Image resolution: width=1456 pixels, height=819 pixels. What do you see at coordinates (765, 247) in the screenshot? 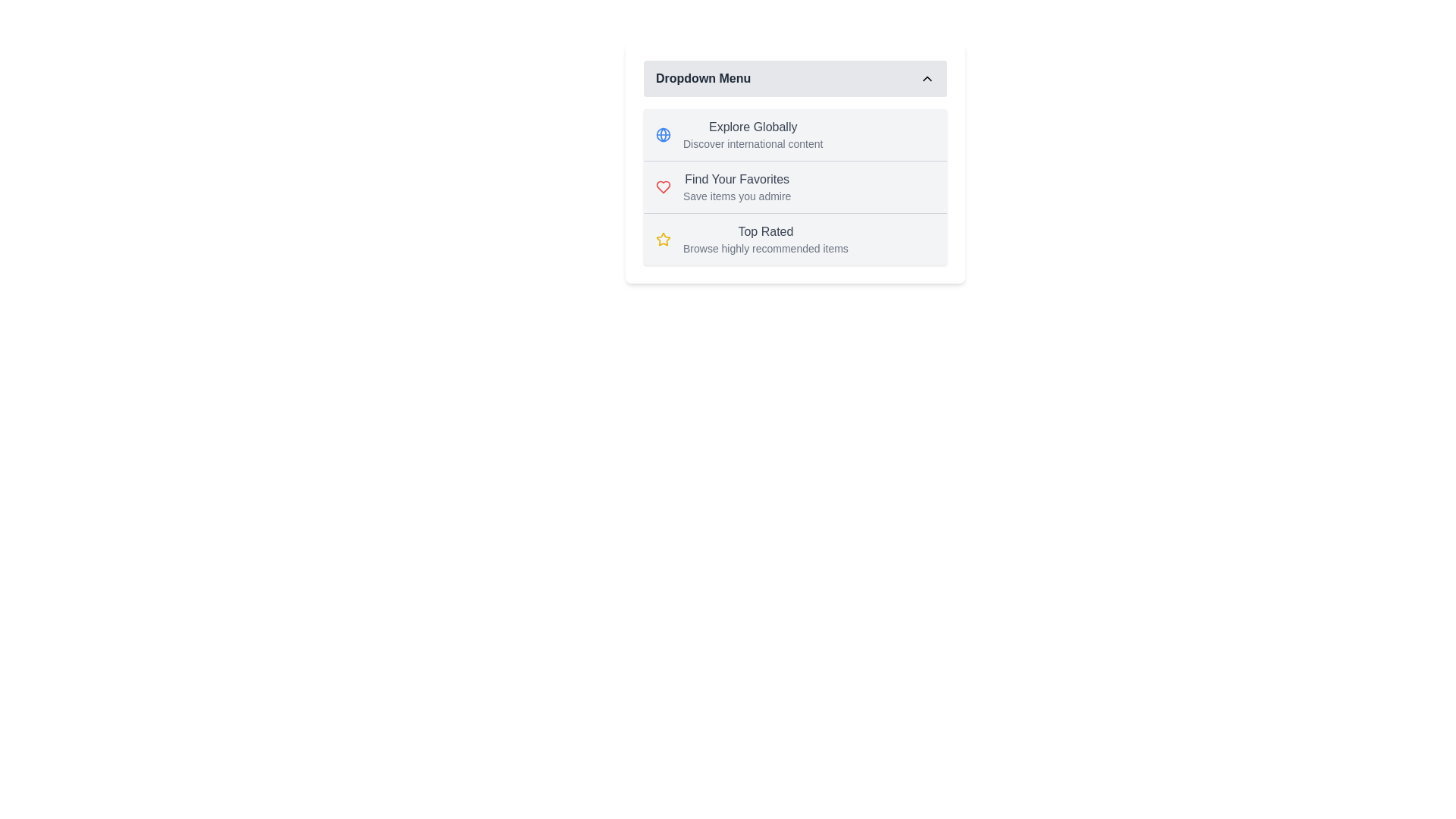
I see `the text element displaying 'Browse highly recommended items', which is styled in a small gray font and positioned directly below the 'Top Rated' text in the dropdown menu layout` at bounding box center [765, 247].